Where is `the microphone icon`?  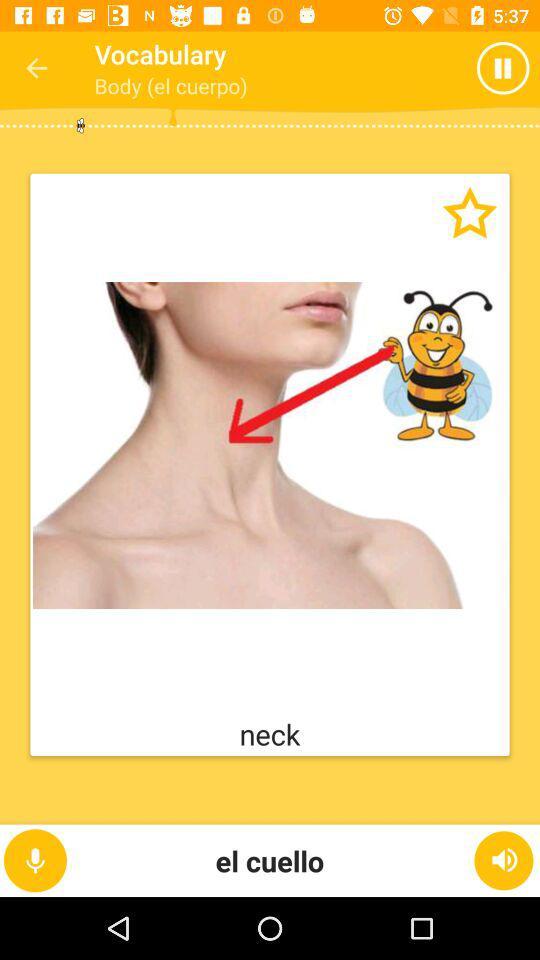 the microphone icon is located at coordinates (35, 859).